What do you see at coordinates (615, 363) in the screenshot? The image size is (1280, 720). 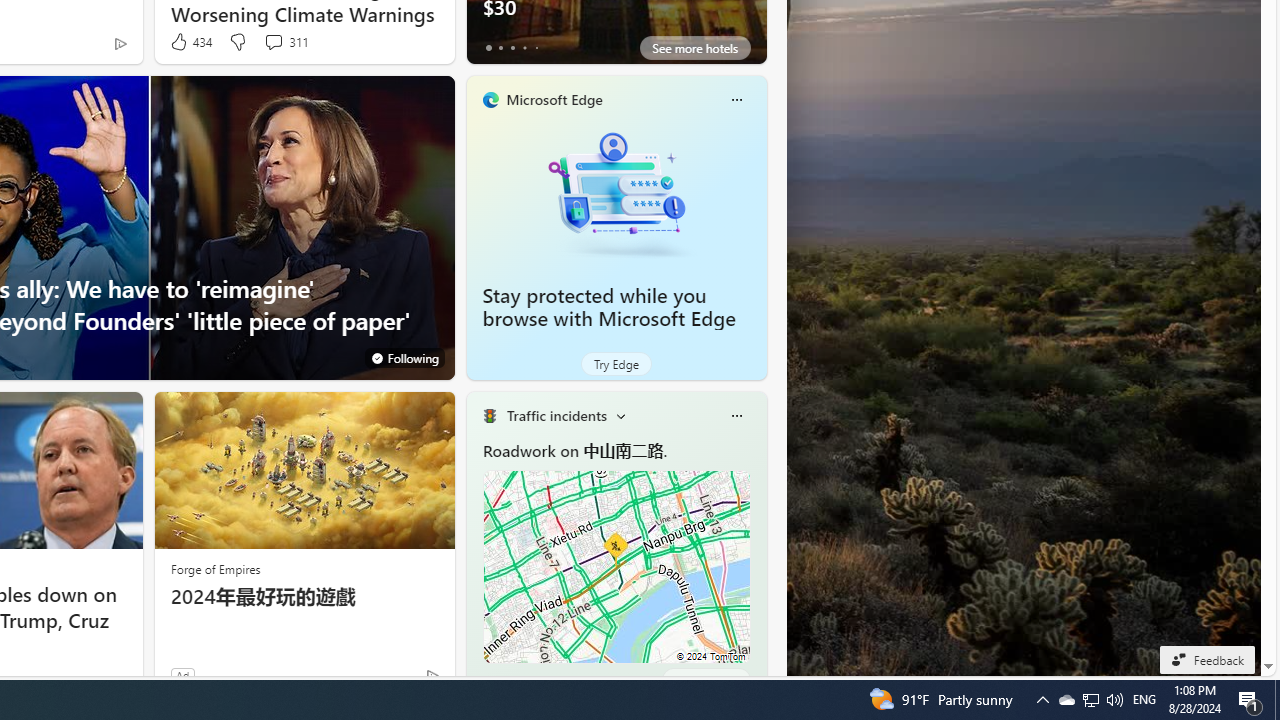 I see `'Try Edge'` at bounding box center [615, 363].